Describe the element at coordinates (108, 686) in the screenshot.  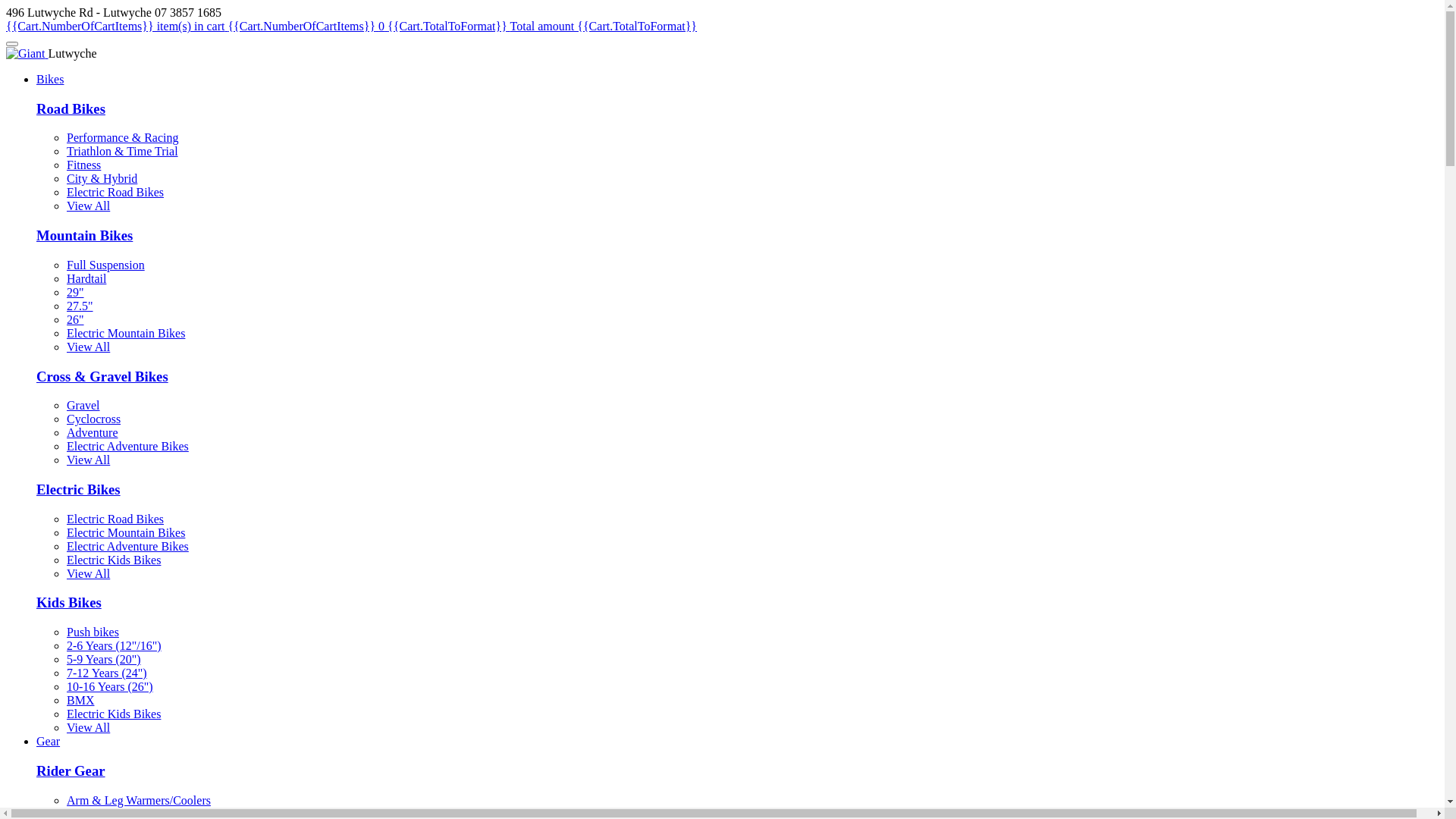
I see `'10-16 Years (26")'` at that location.